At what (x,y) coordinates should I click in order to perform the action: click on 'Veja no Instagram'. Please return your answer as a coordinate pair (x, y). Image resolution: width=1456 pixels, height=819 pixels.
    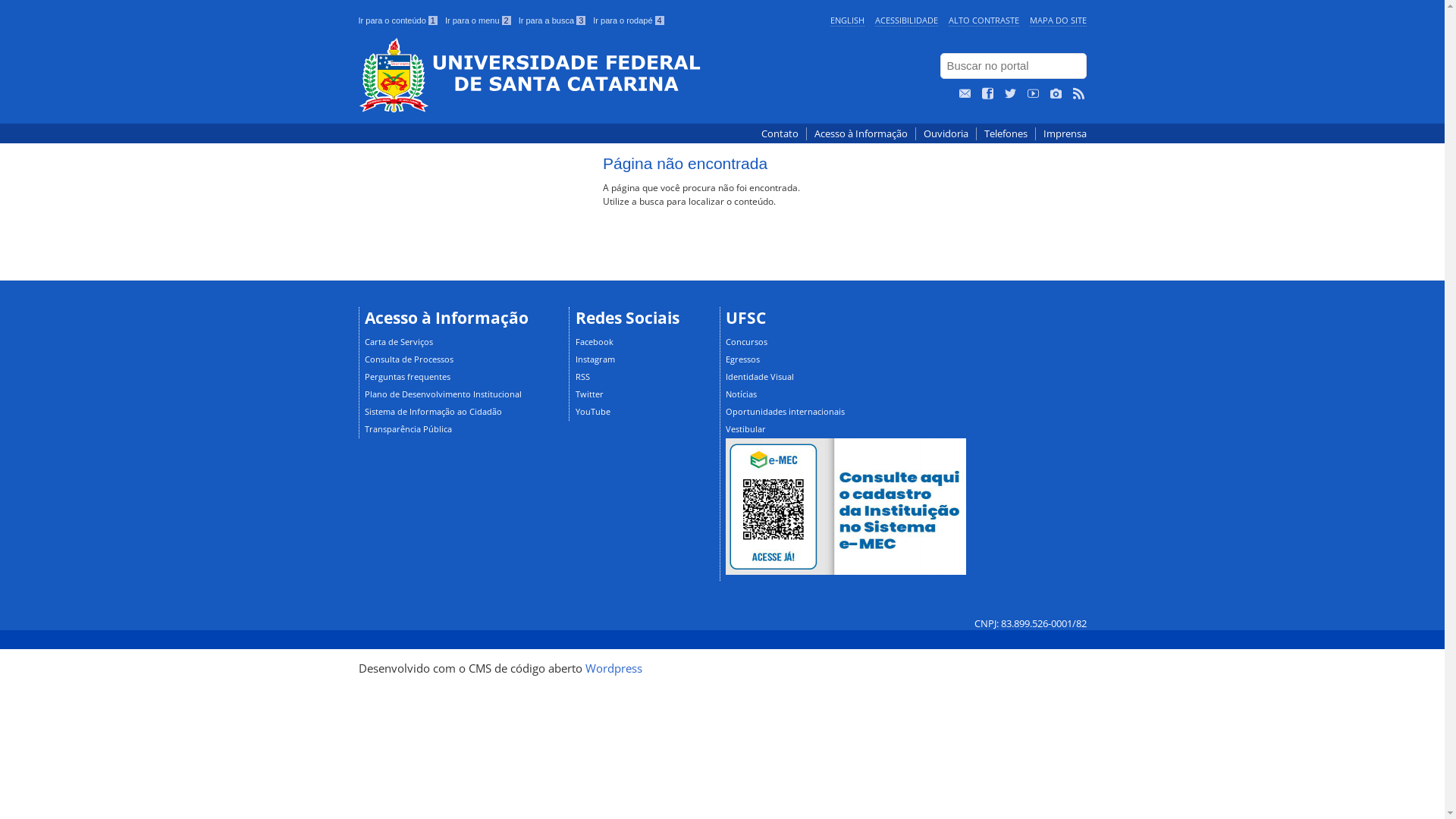
    Looking at the image, I should click on (1055, 93).